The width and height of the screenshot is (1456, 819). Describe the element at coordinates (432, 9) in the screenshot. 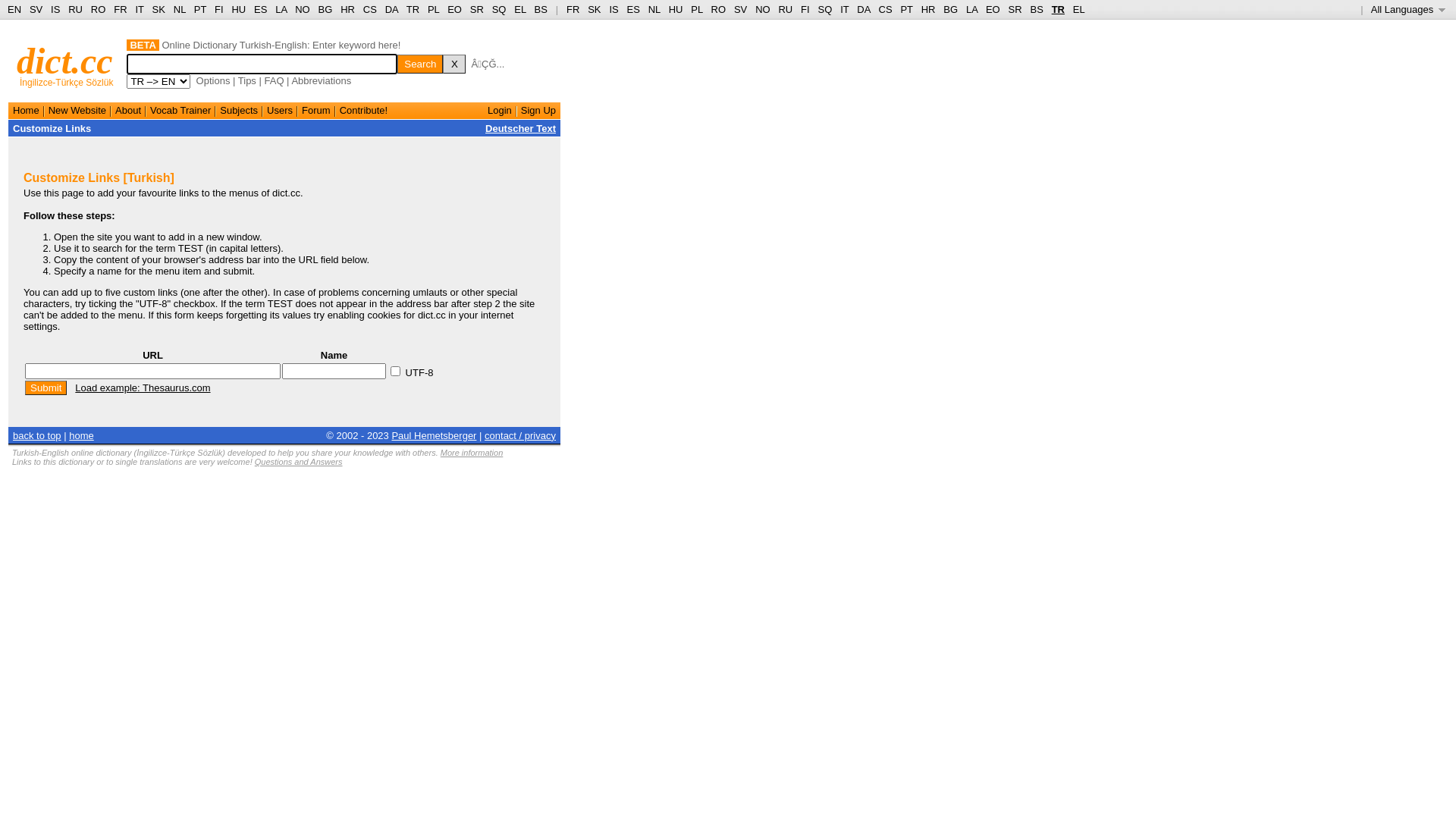

I see `'PL'` at that location.